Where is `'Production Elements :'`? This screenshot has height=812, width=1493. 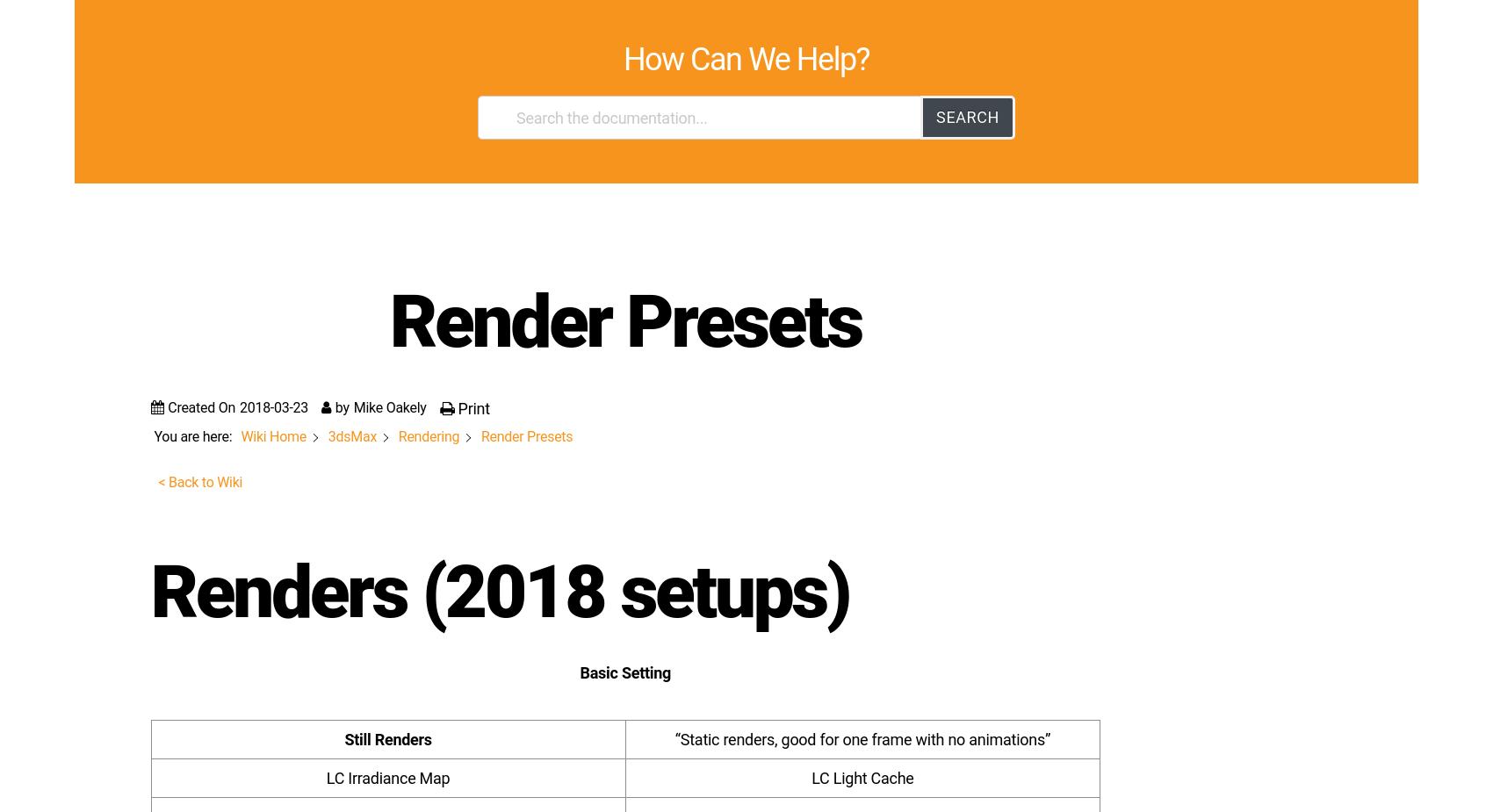
'Production Elements :' is located at coordinates (243, 518).